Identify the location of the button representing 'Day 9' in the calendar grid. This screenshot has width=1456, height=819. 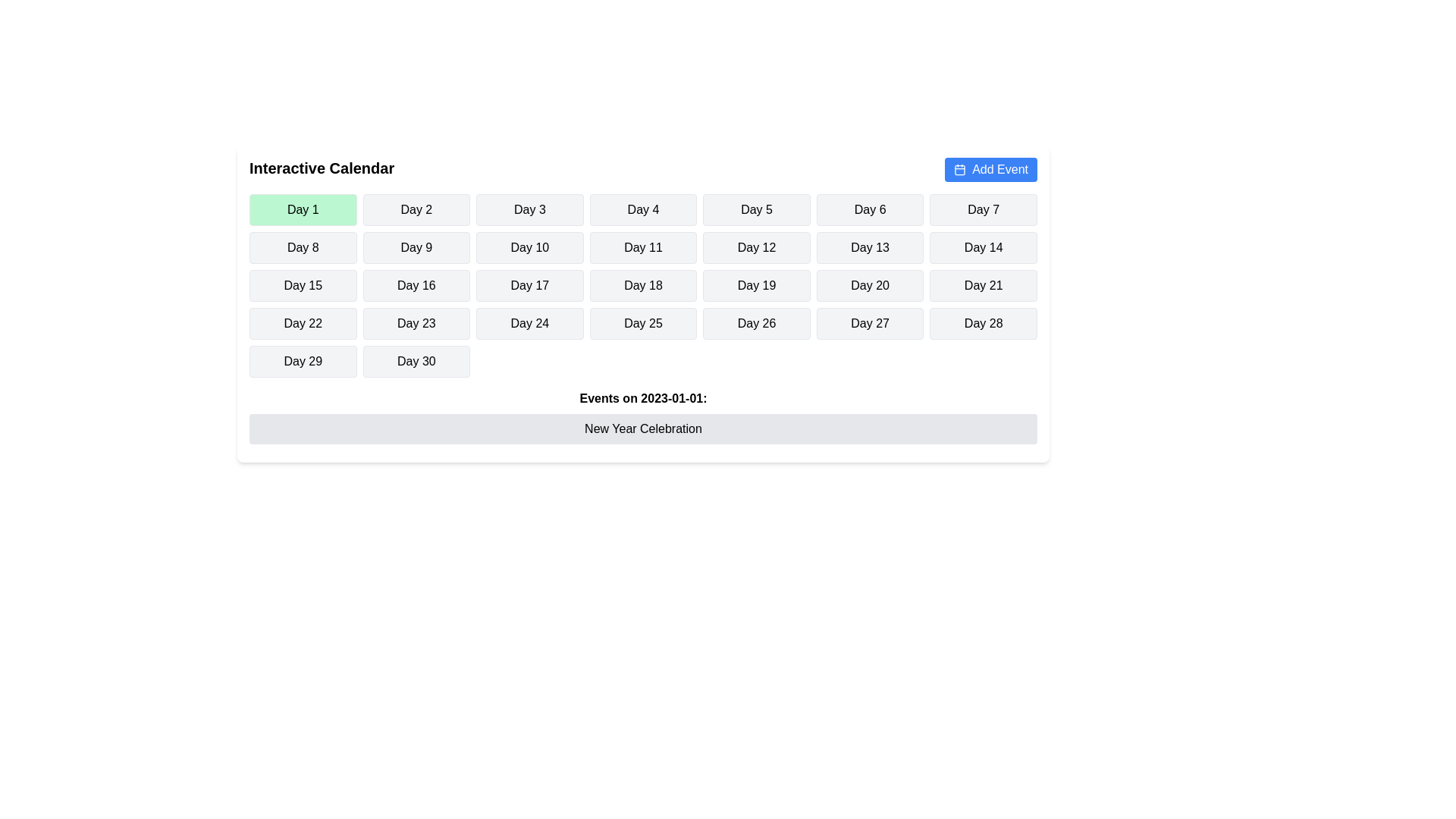
(416, 247).